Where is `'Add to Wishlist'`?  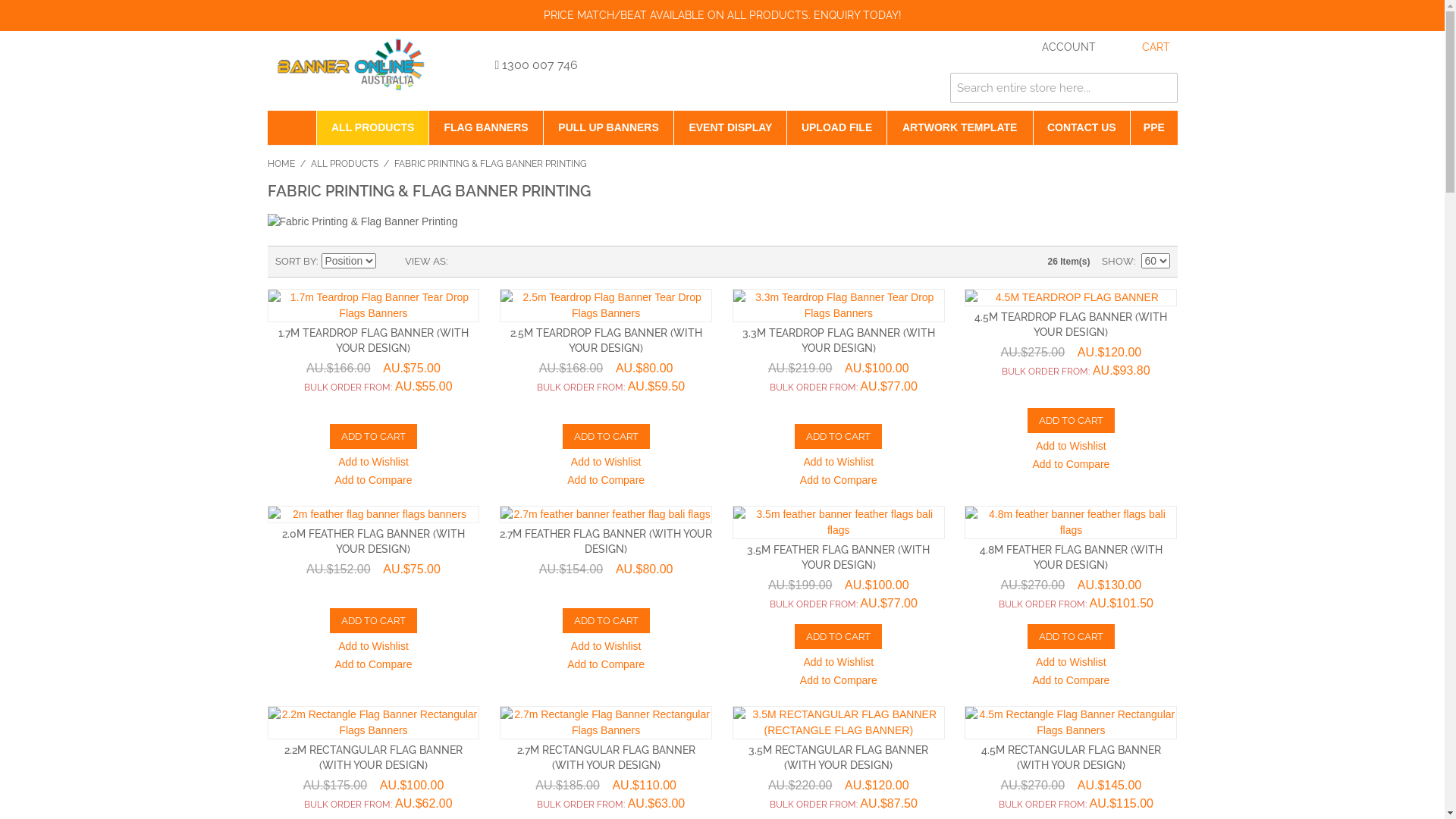 'Add to Wishlist' is located at coordinates (373, 462).